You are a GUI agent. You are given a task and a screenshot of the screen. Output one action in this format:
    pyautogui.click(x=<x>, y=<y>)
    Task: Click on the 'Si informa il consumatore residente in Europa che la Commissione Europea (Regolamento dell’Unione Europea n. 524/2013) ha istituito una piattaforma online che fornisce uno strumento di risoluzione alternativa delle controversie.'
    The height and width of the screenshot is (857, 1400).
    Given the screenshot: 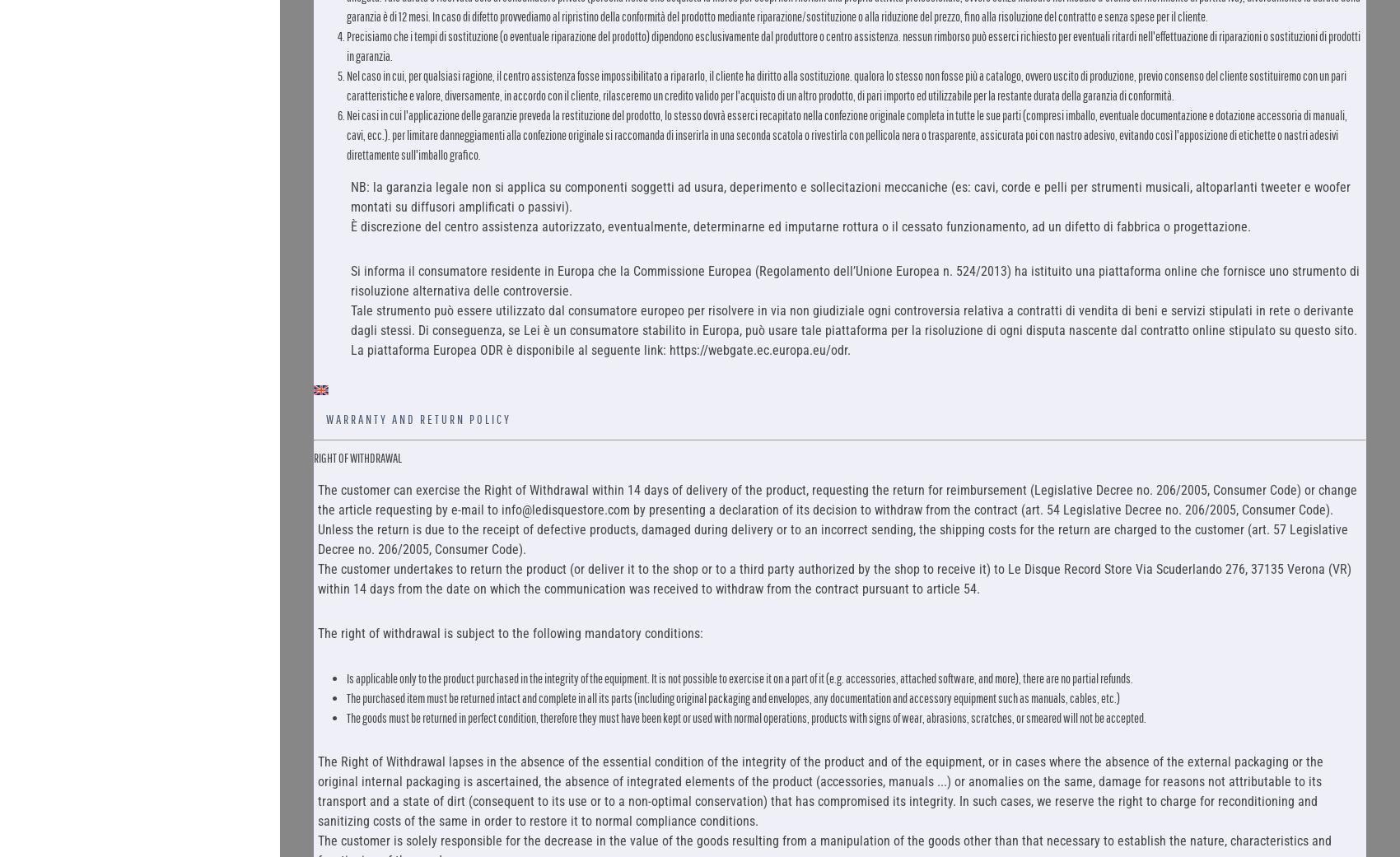 What is the action you would take?
    pyautogui.click(x=853, y=280)
    